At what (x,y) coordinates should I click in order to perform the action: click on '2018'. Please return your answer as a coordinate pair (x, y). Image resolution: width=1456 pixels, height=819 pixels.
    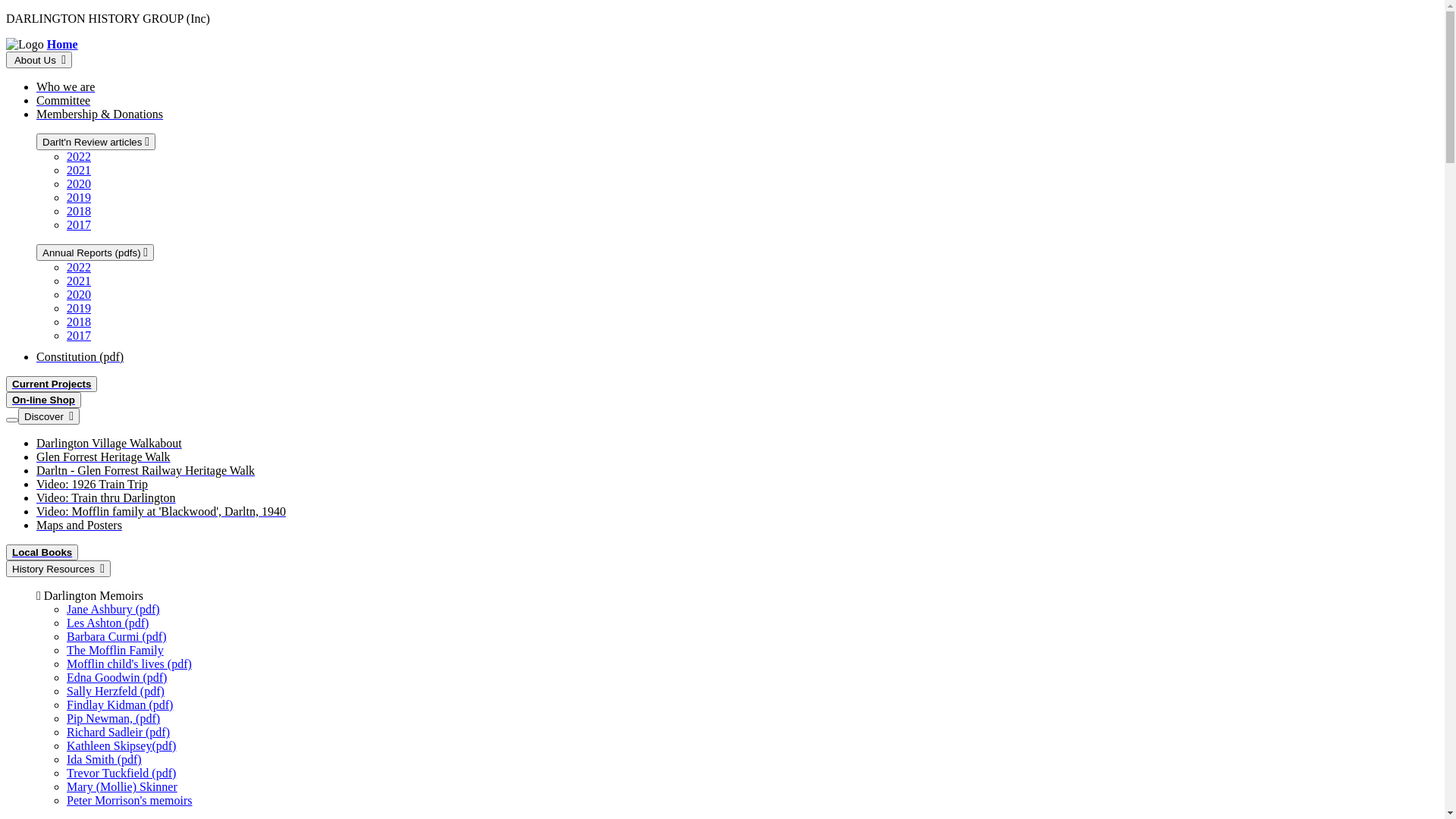
    Looking at the image, I should click on (78, 321).